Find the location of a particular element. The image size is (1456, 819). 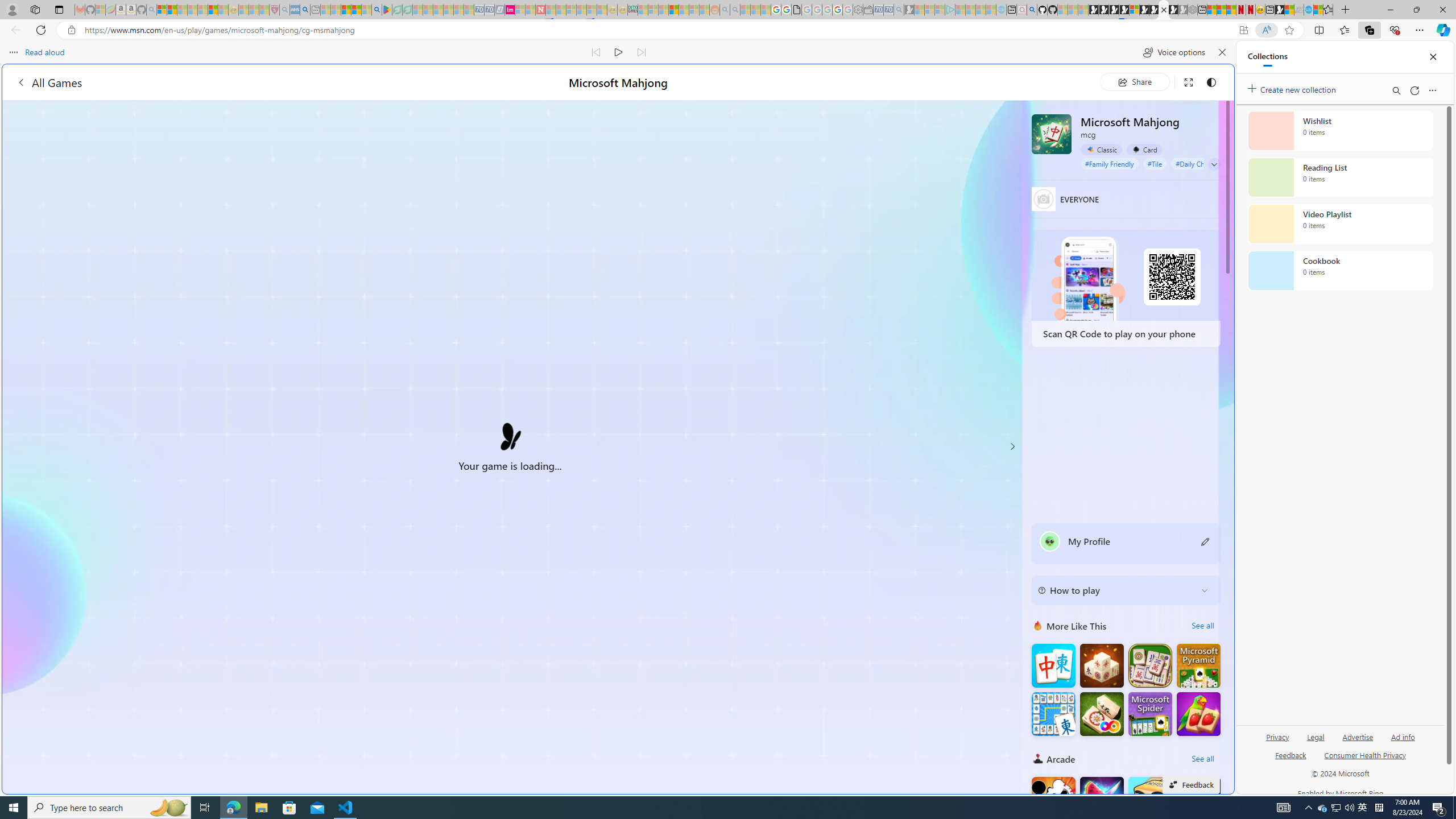

'Read previous paragraph' is located at coordinates (596, 52).